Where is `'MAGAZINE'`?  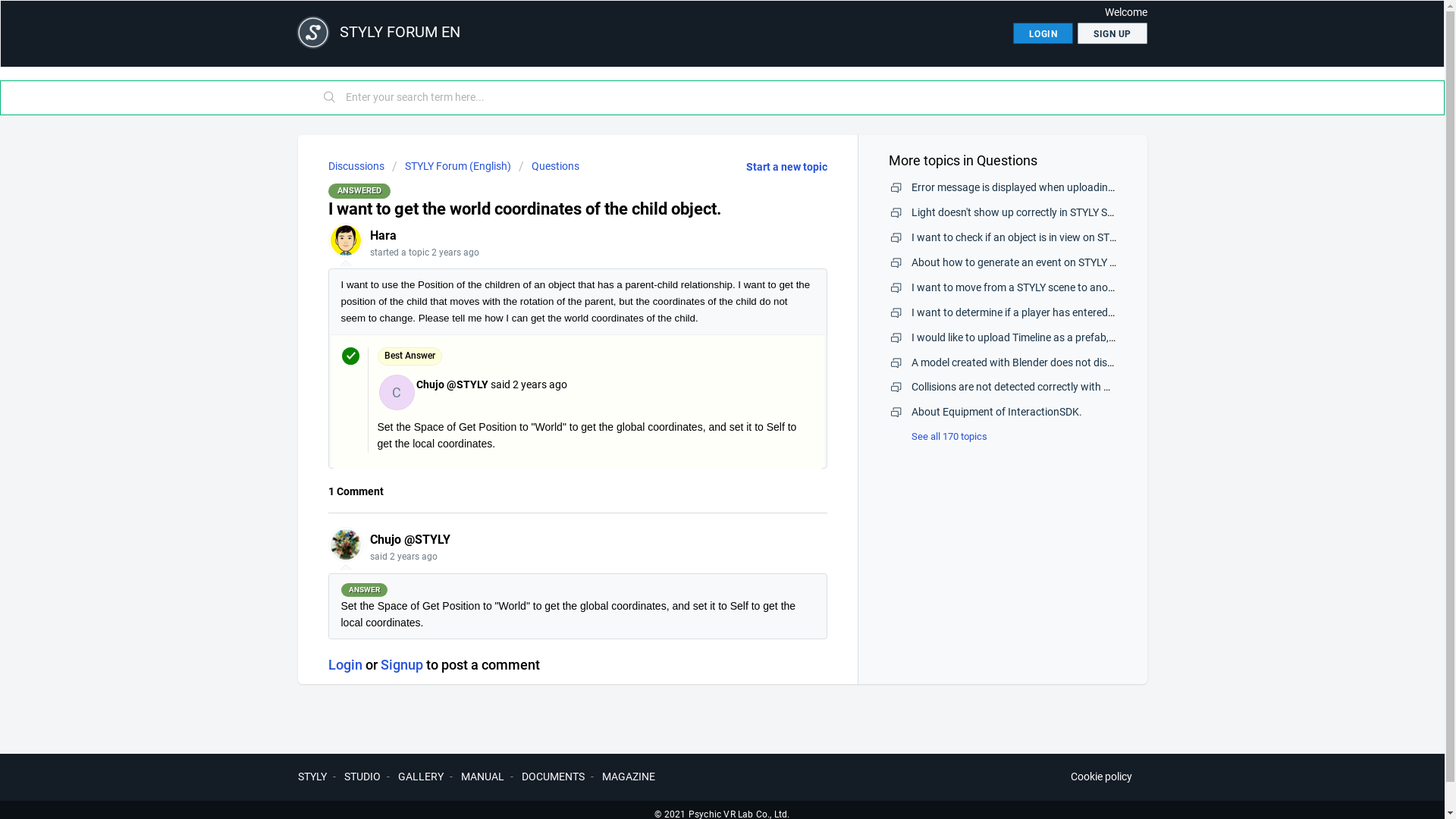
'MAGAZINE' is located at coordinates (601, 776).